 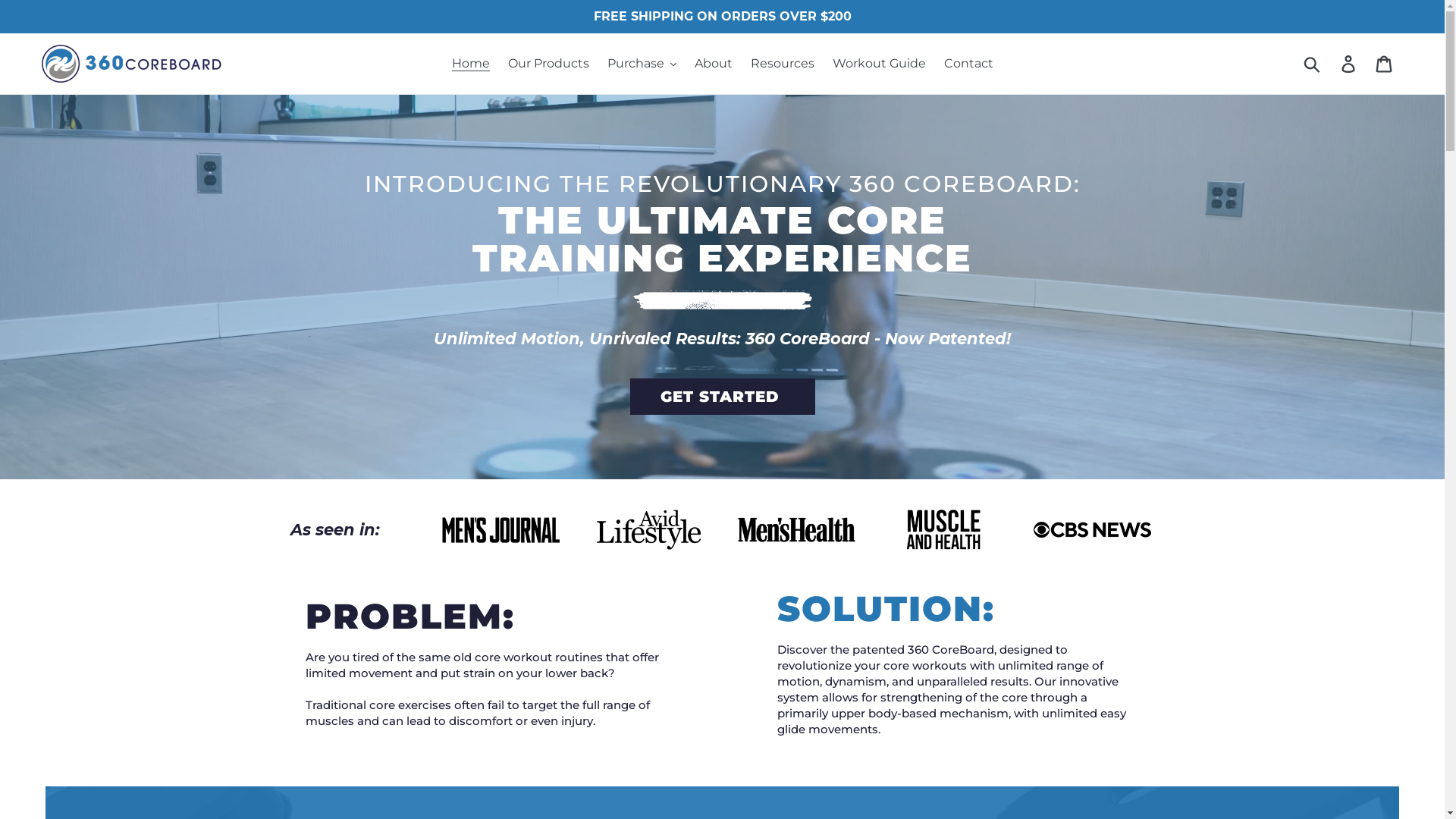 What do you see at coordinates (783, 63) in the screenshot?
I see `'Resources'` at bounding box center [783, 63].